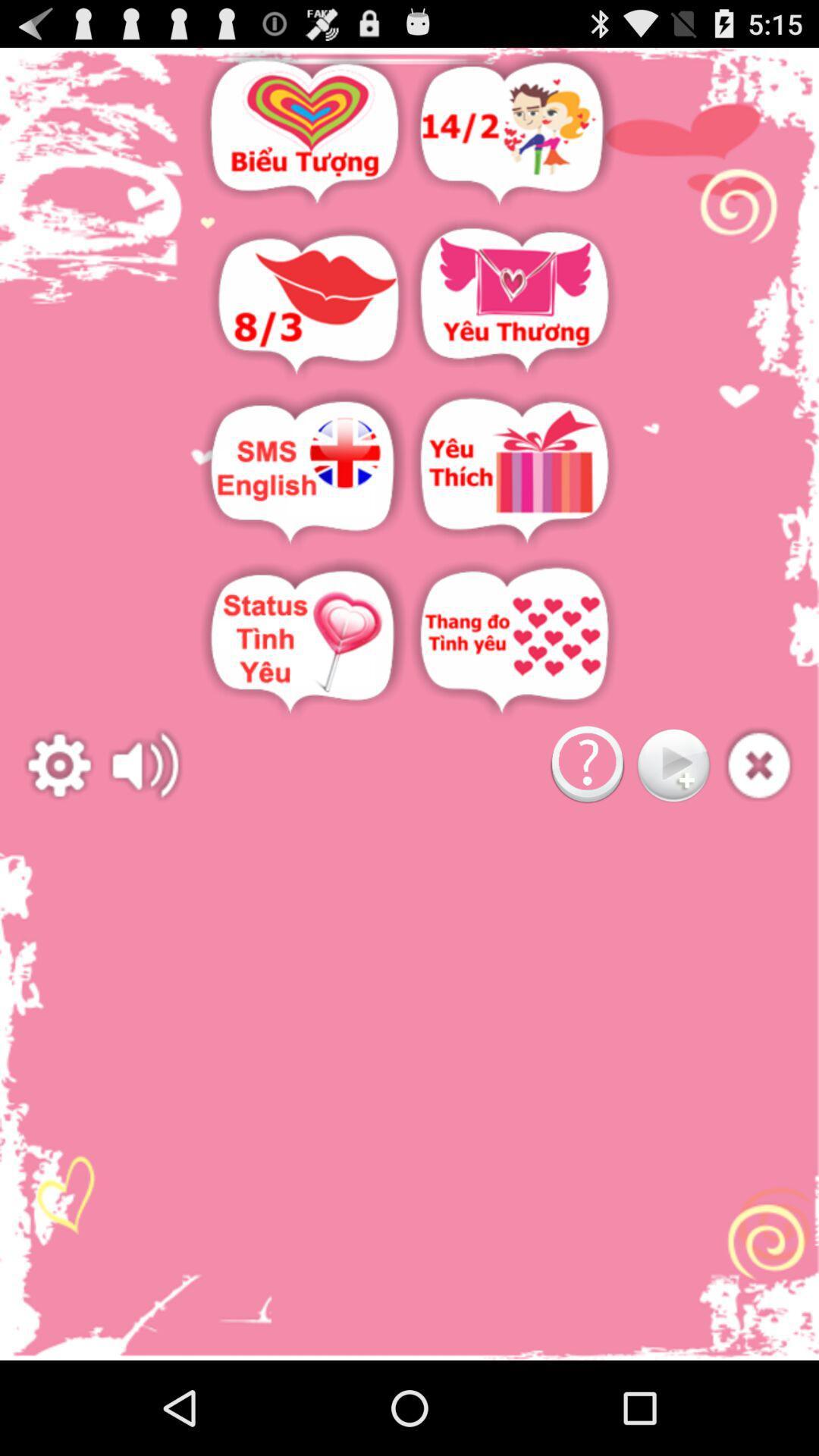 Image resolution: width=819 pixels, height=1456 pixels. Describe the element at coordinates (146, 765) in the screenshot. I see `increase` at that location.